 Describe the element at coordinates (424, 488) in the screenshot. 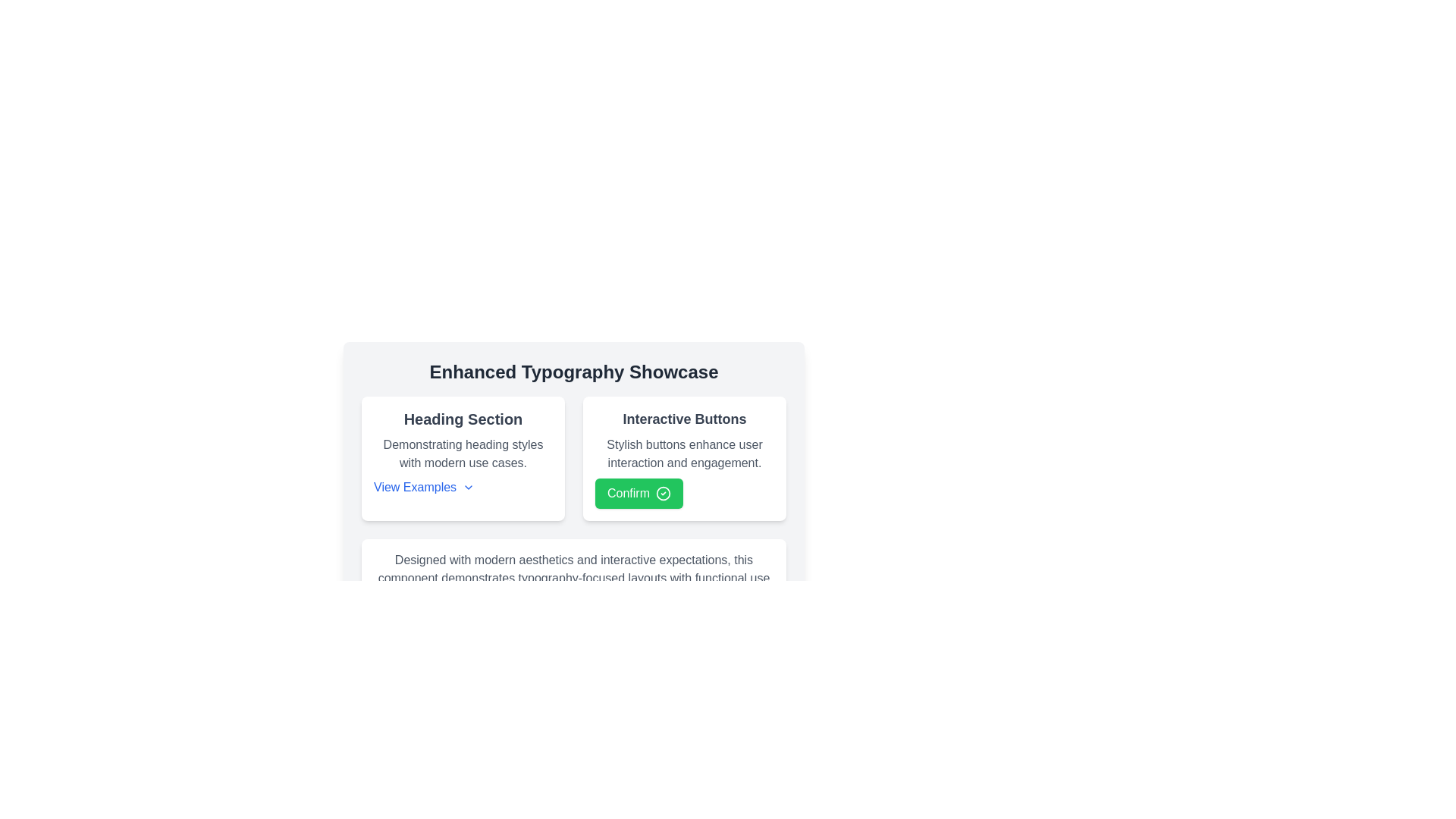

I see `the blue 'View Examples' button with a downwards arrow icon` at that location.